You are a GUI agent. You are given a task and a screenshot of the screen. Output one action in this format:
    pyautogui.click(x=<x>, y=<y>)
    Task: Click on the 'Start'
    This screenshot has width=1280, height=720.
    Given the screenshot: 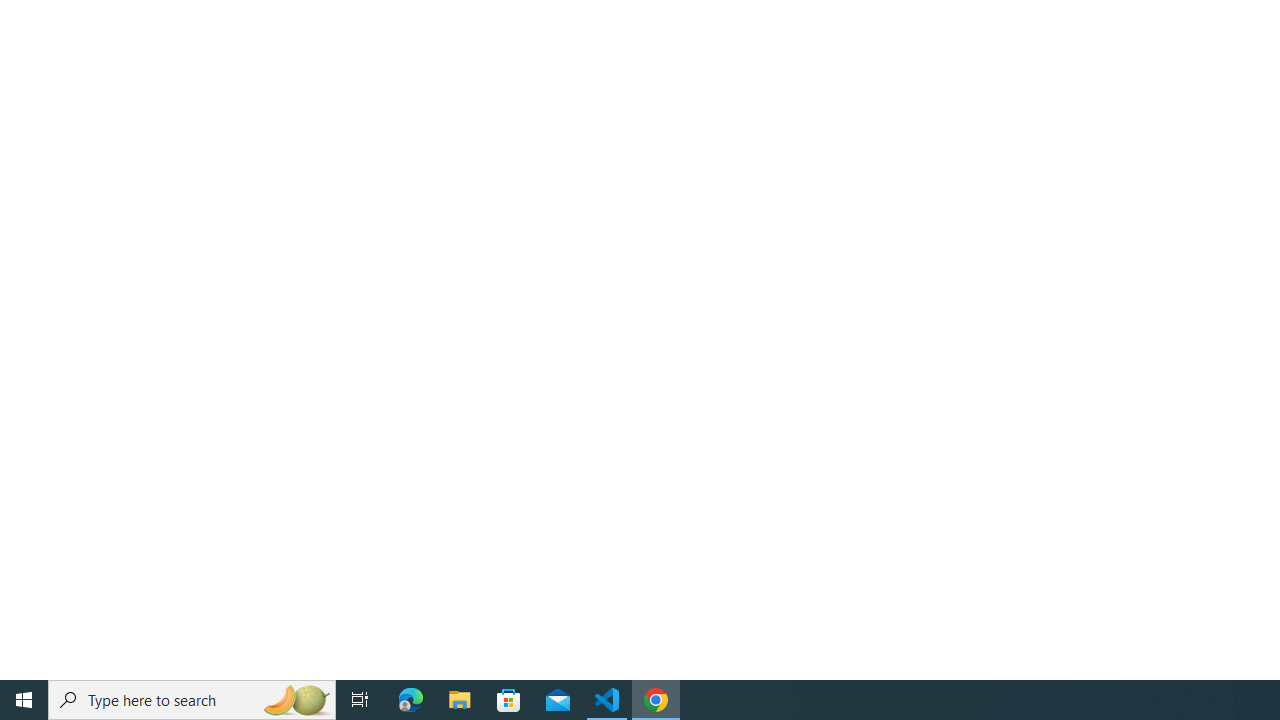 What is the action you would take?
    pyautogui.click(x=24, y=698)
    